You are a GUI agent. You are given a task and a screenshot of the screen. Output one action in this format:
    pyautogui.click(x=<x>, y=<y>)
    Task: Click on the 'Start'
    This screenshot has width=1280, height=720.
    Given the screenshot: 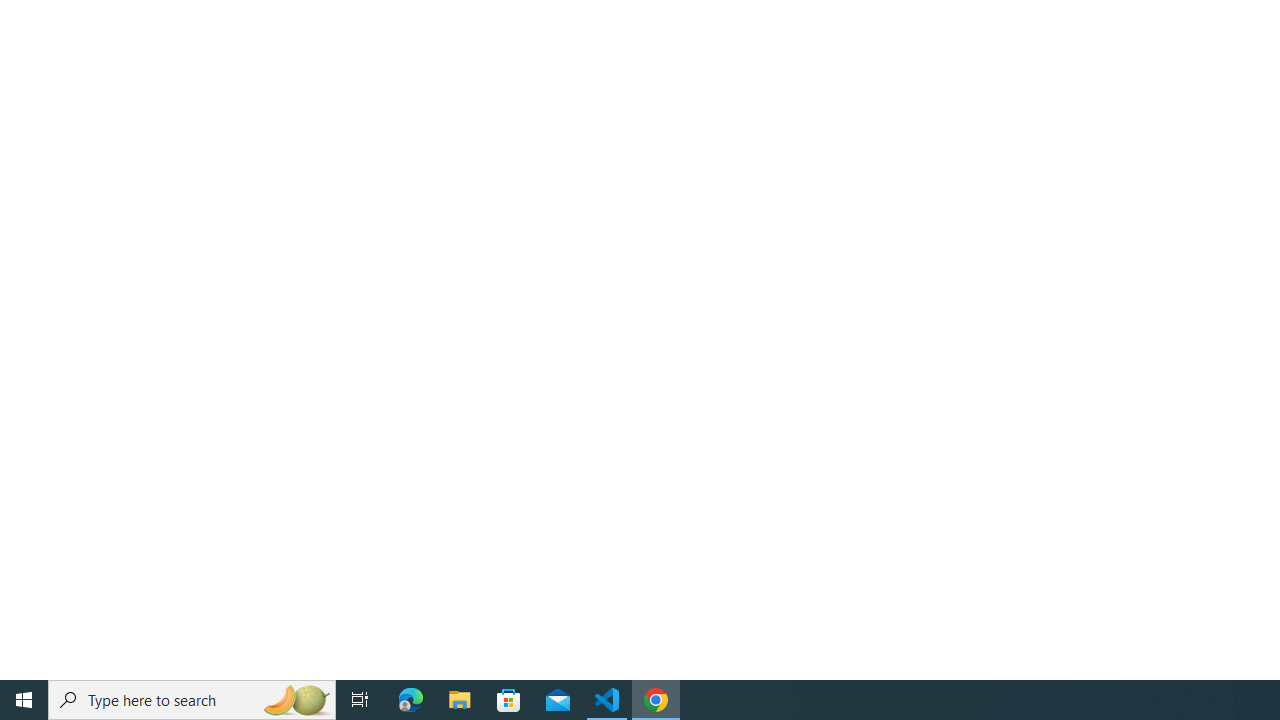 What is the action you would take?
    pyautogui.click(x=24, y=698)
    